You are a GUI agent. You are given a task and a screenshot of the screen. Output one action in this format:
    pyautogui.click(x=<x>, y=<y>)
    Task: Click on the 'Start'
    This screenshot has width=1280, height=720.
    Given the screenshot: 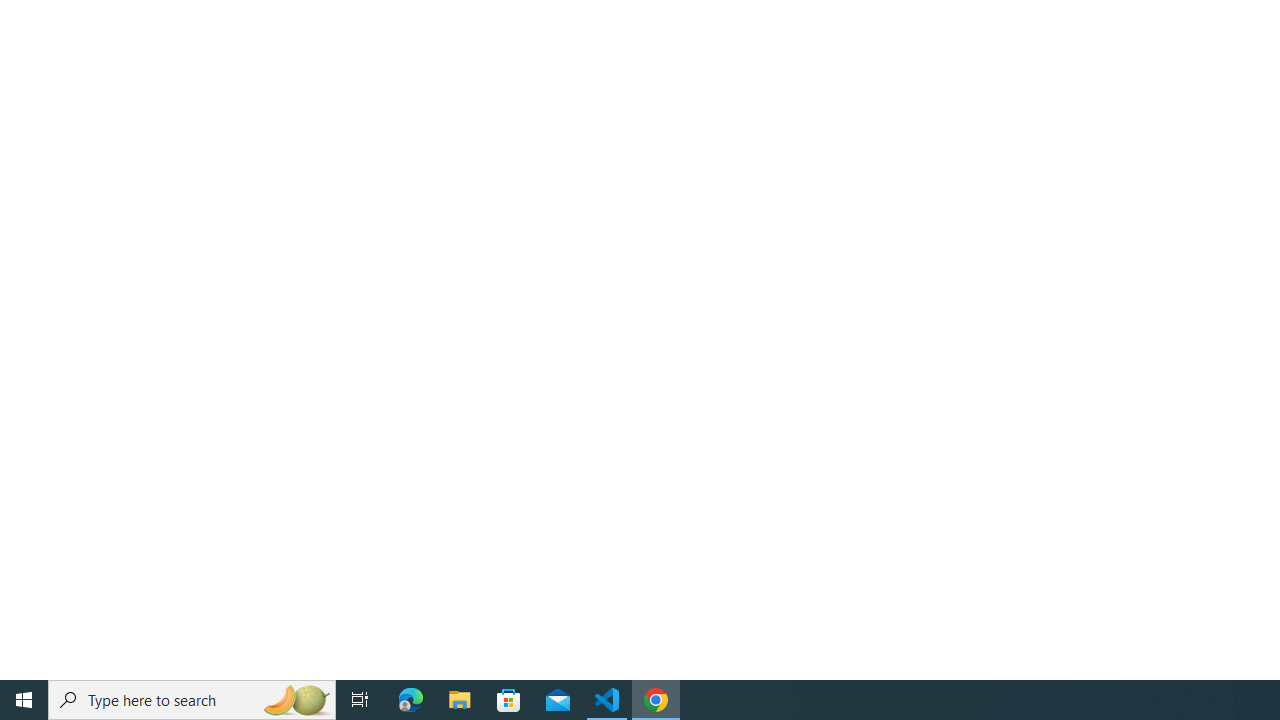 What is the action you would take?
    pyautogui.click(x=24, y=698)
    